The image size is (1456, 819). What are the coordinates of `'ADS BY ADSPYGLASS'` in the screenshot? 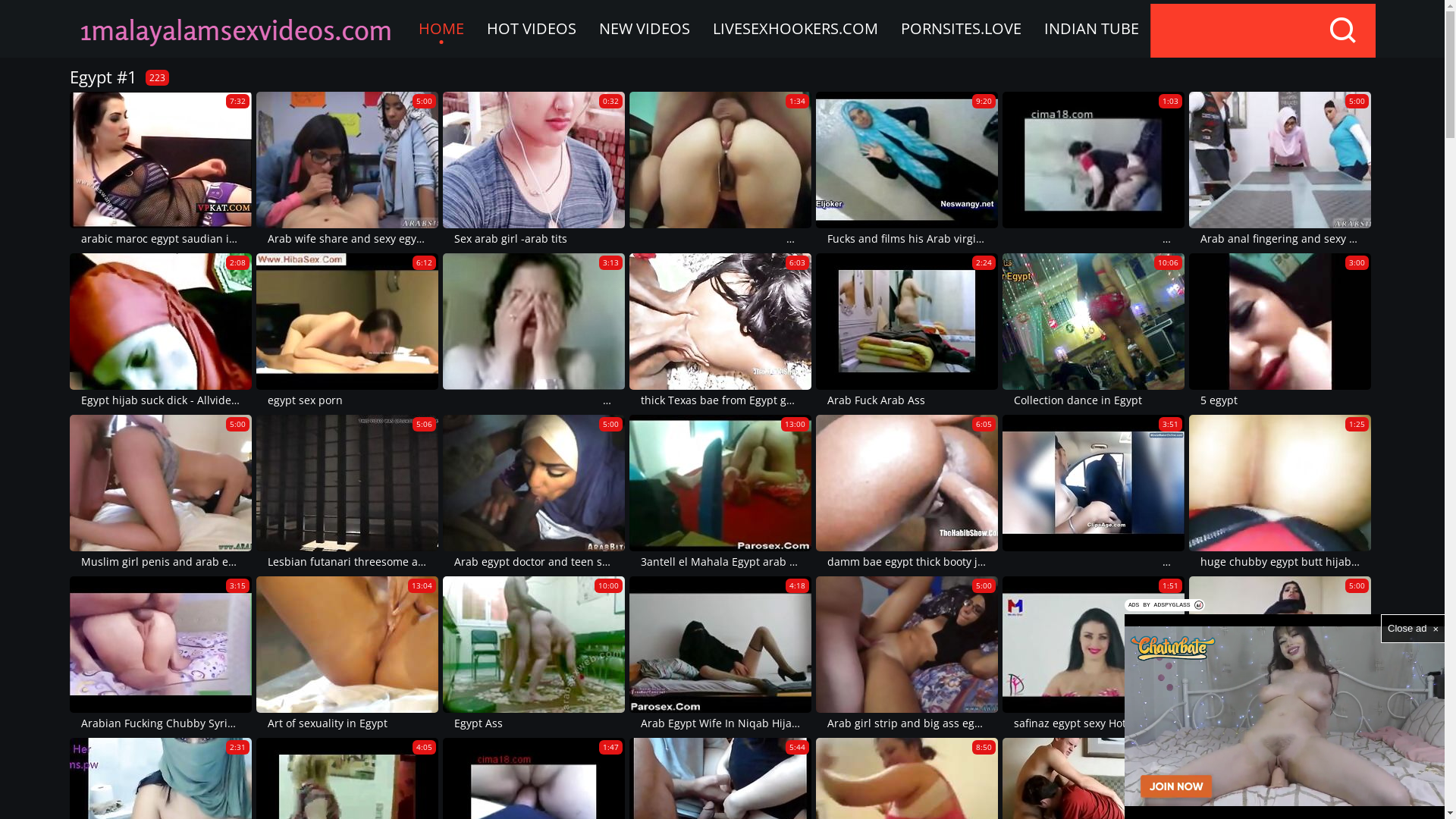 It's located at (1164, 604).